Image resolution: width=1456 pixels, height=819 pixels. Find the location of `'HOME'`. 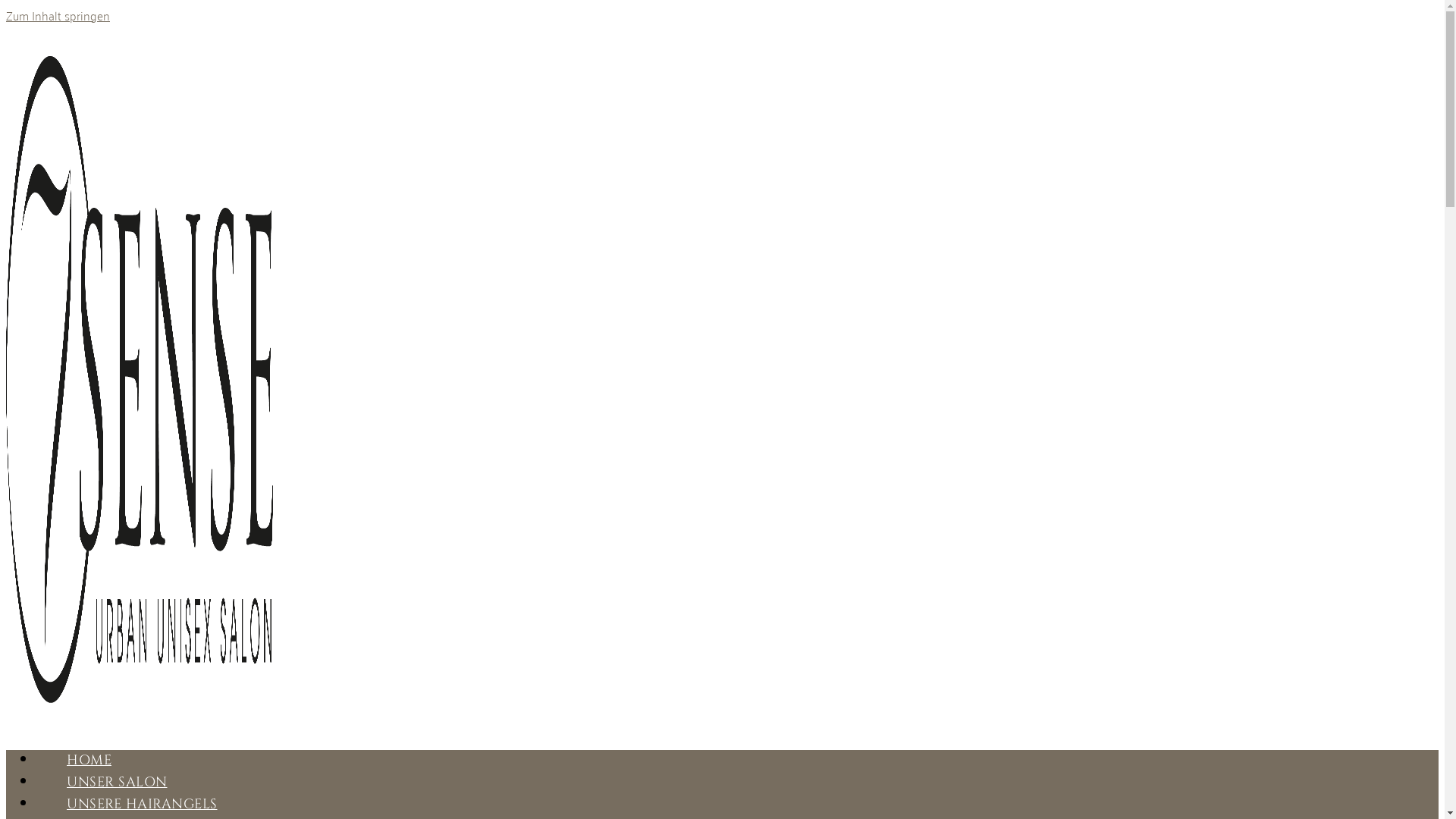

'HOME' is located at coordinates (88, 760).